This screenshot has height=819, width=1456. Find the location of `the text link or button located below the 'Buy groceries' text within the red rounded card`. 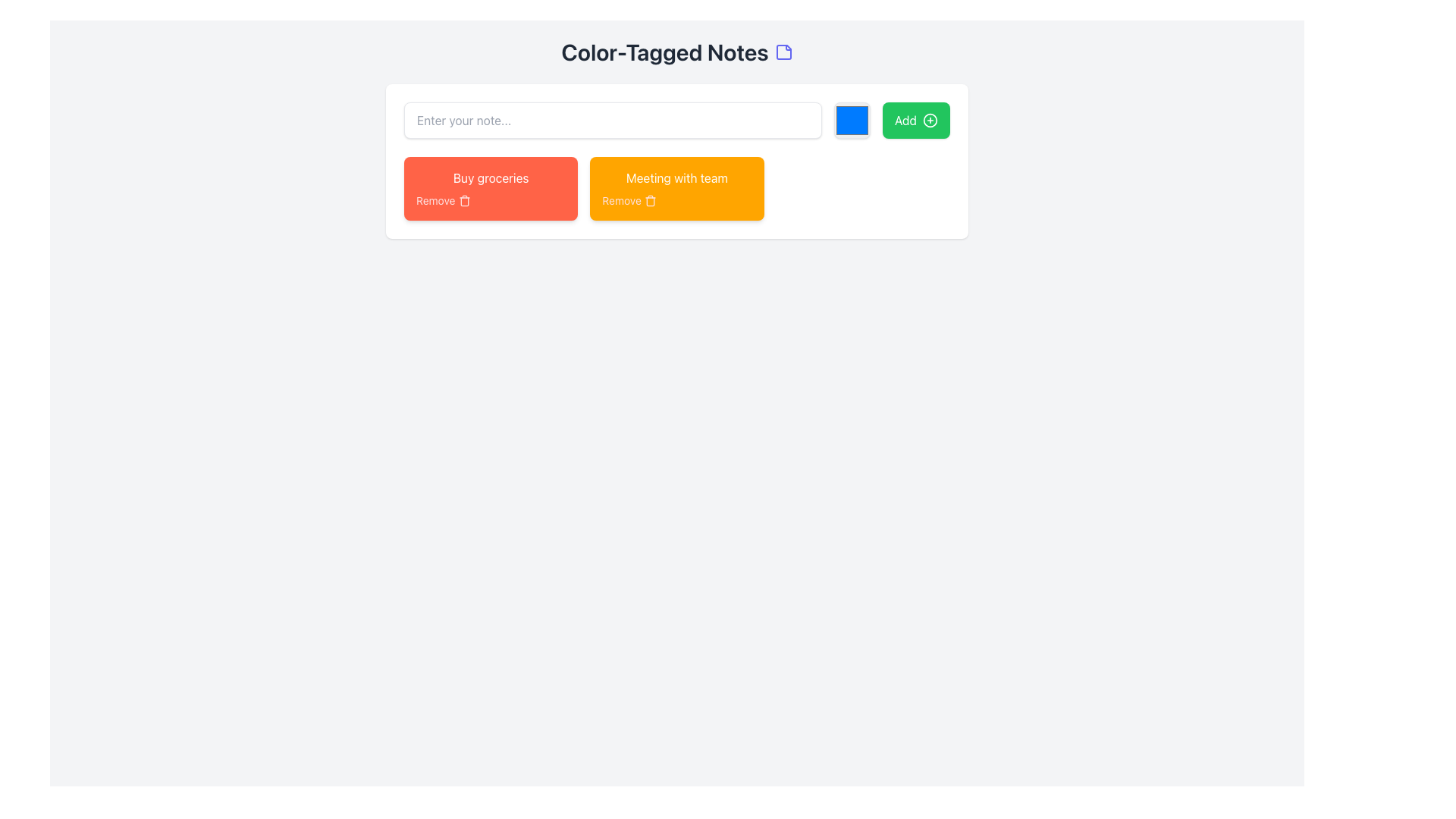

the text link or button located below the 'Buy groceries' text within the red rounded card is located at coordinates (491, 200).